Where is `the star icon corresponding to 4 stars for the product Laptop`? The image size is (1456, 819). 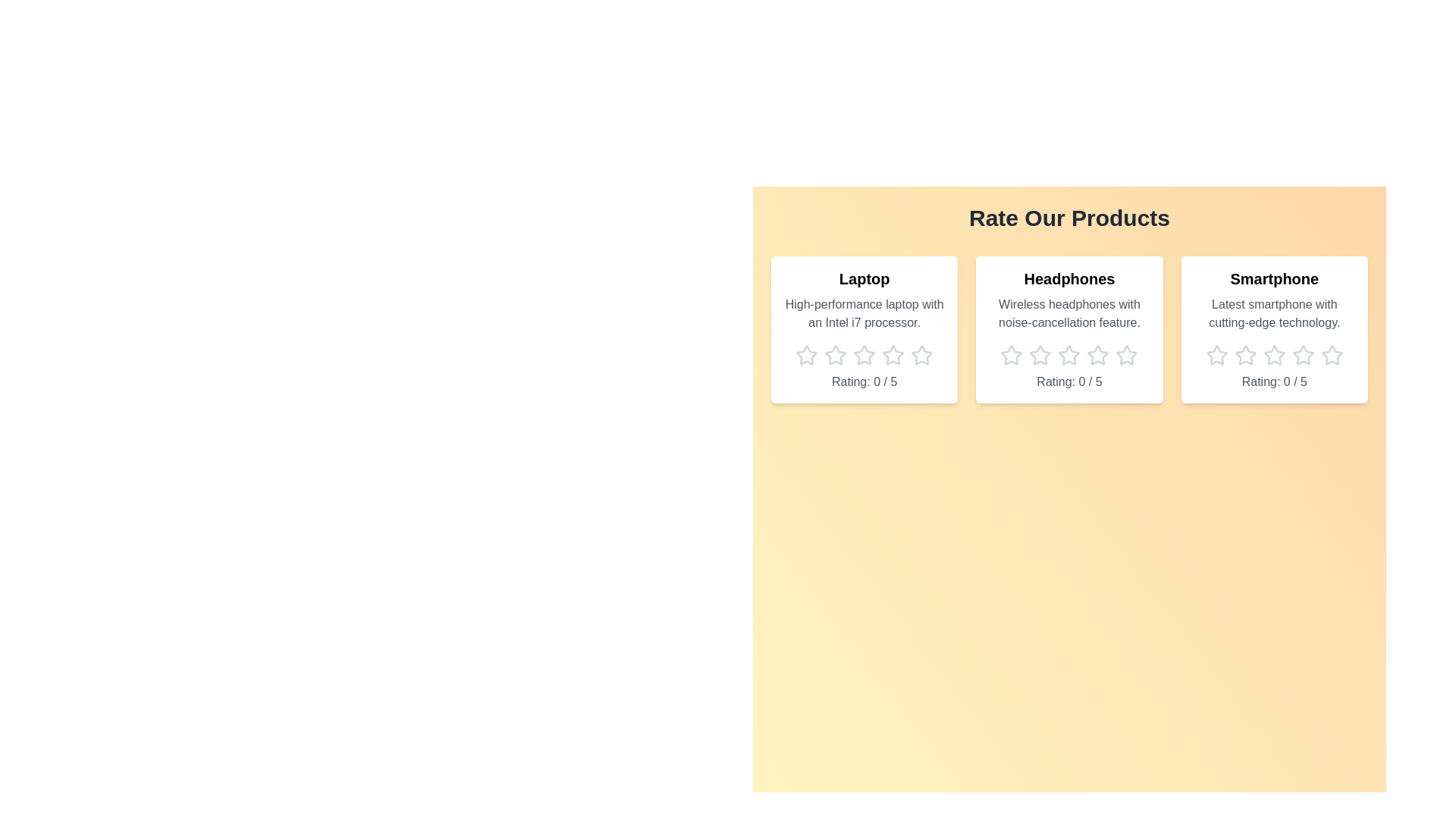
the star icon corresponding to 4 stars for the product Laptop is located at coordinates (893, 356).